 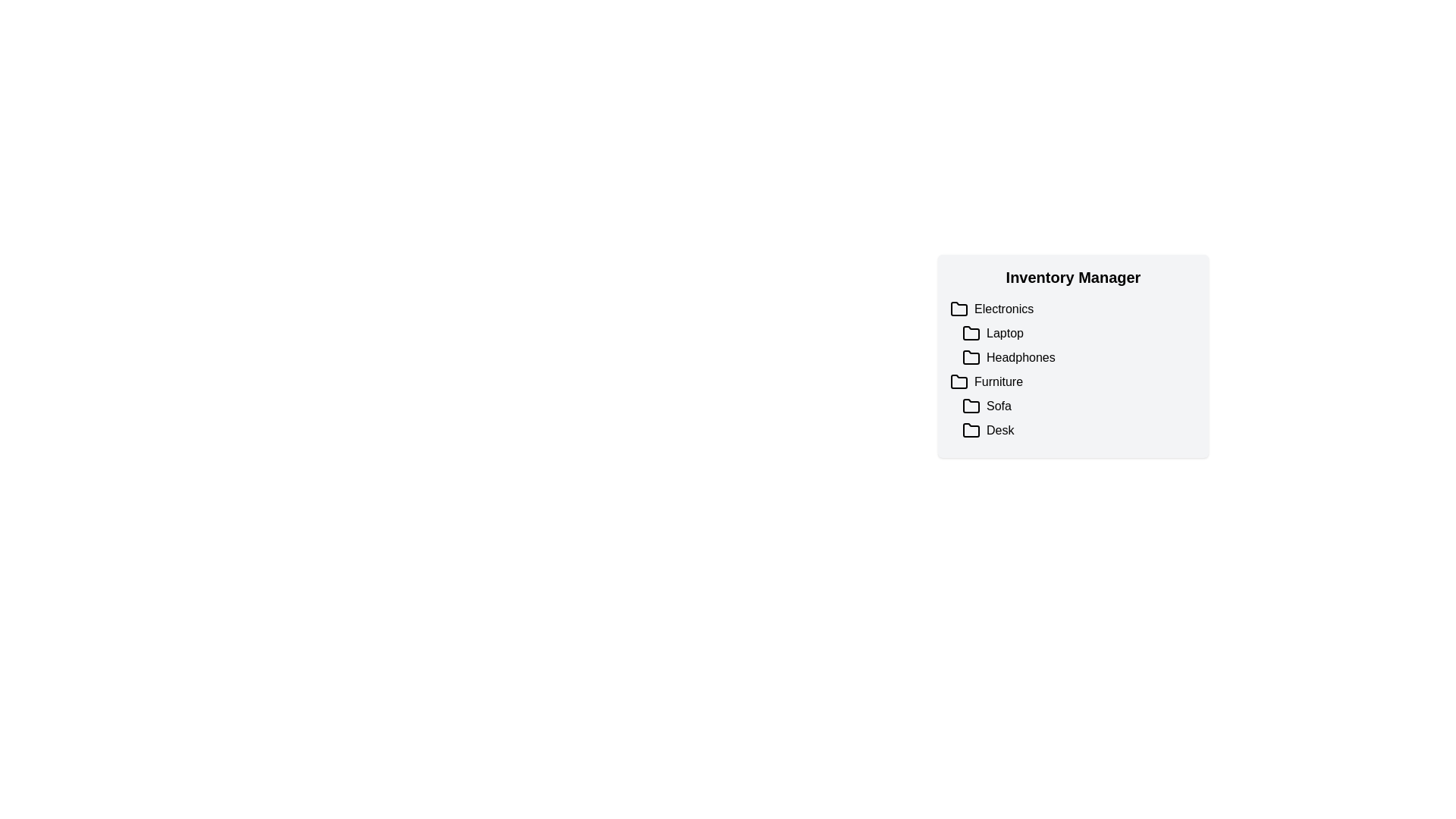 What do you see at coordinates (971, 430) in the screenshot?
I see `the folder icon associated with the label 'Desk' in the directory list` at bounding box center [971, 430].